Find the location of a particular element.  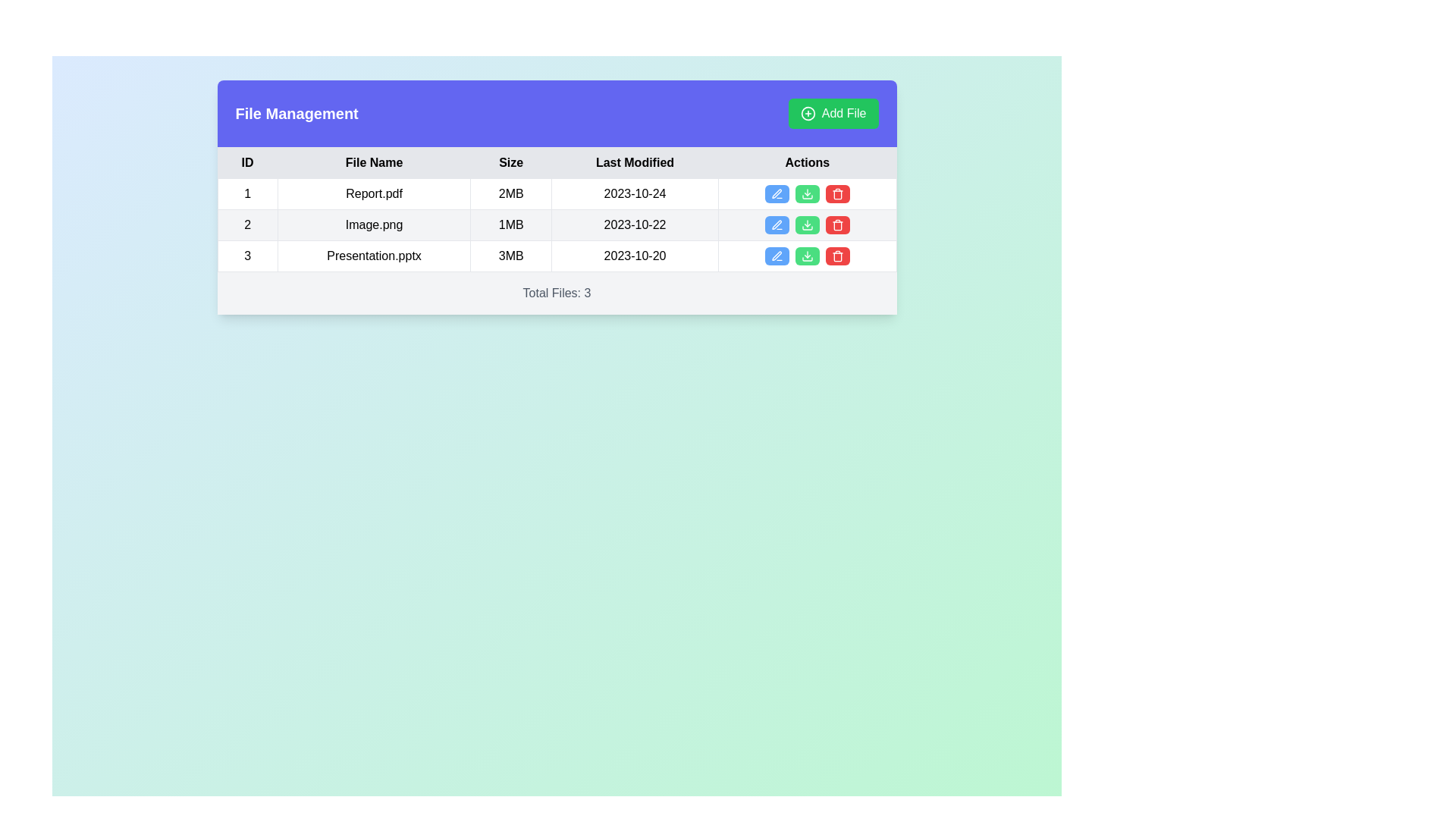

the blue circular edit icon located in the second row of the 'Actions' column for the file 'Image.png' is located at coordinates (777, 225).